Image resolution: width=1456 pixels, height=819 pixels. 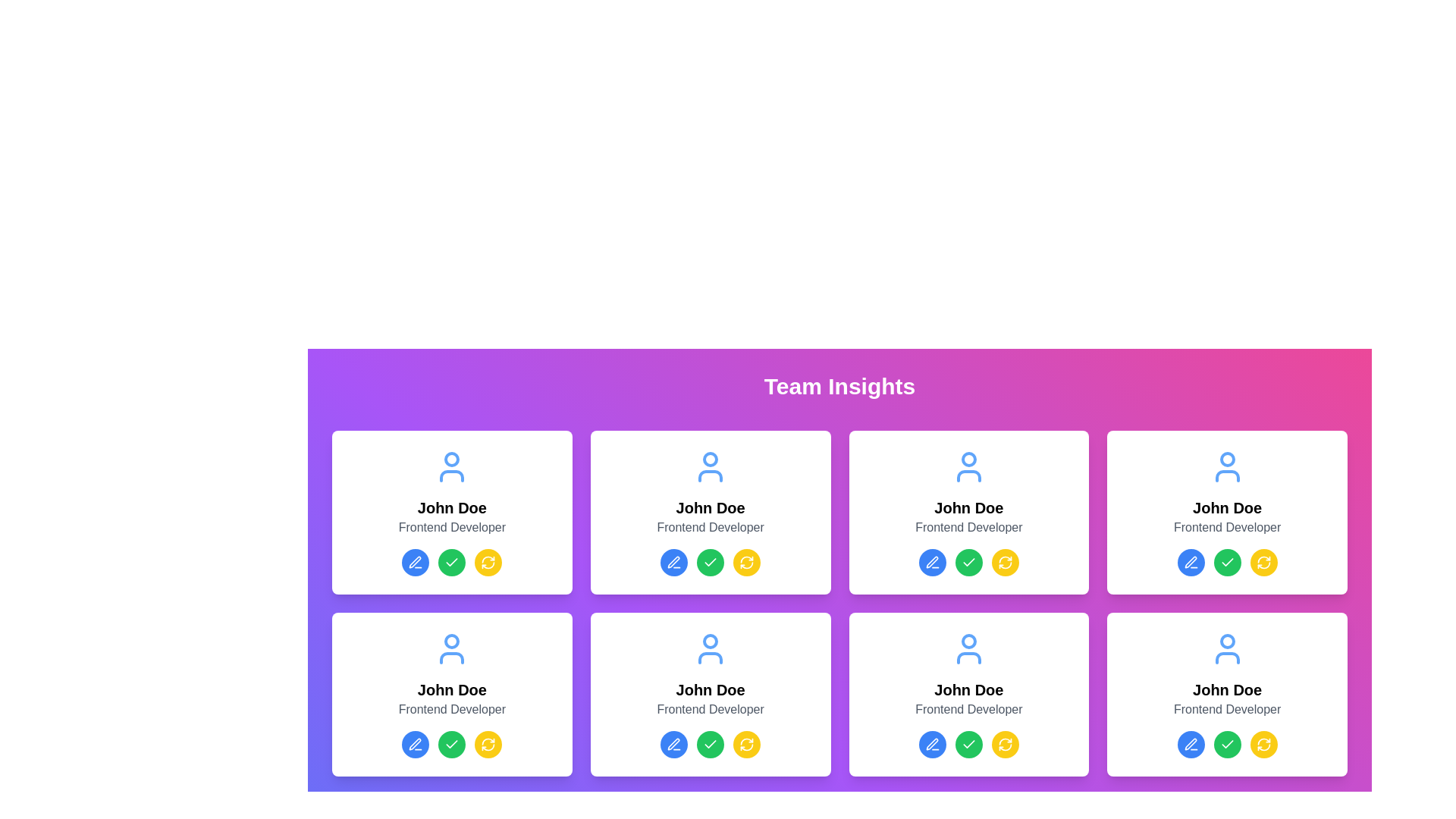 What do you see at coordinates (710, 562) in the screenshot?
I see `the confirmation button with a checkmark icon using keyboard navigation` at bounding box center [710, 562].